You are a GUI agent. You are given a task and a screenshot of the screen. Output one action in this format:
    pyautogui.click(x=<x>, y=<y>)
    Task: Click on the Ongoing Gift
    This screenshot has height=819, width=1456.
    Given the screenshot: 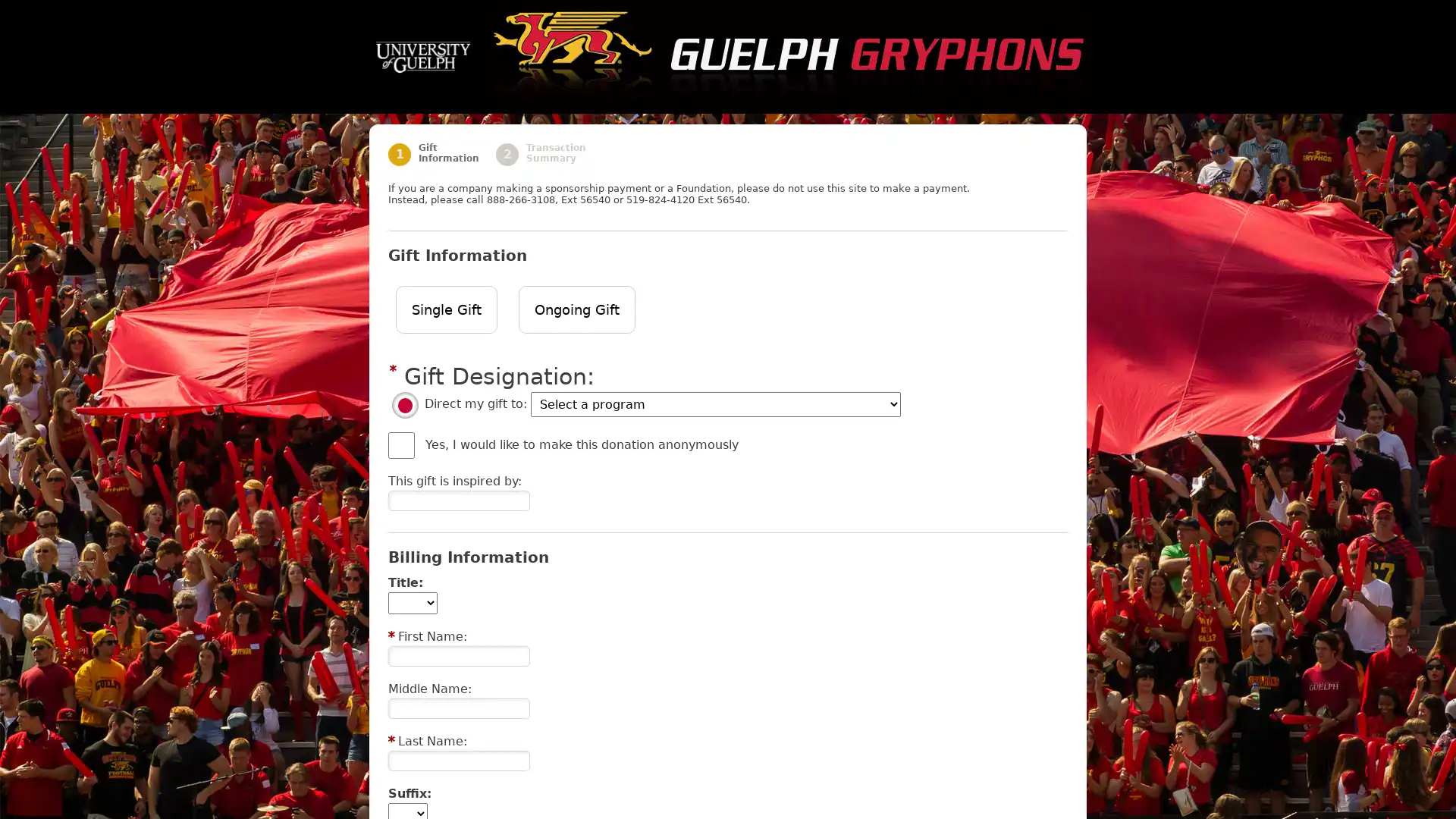 What is the action you would take?
    pyautogui.click(x=576, y=308)
    